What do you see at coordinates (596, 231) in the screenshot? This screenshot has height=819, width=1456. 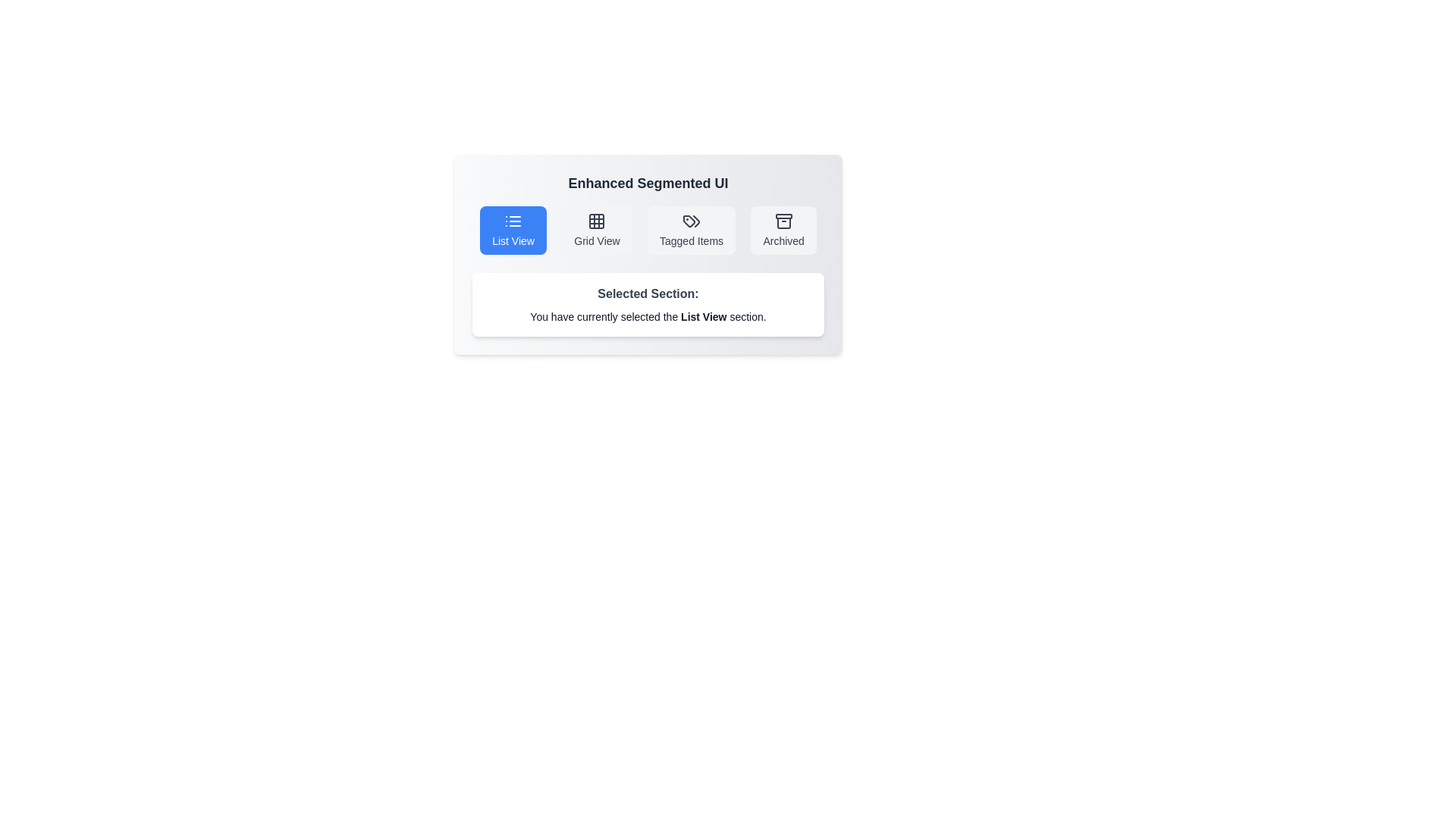 I see `the 'Grid View' button, which is a rectangular button with a light gray background, rounded corners, and contains a grid icon above the text 'Grid View'` at bounding box center [596, 231].